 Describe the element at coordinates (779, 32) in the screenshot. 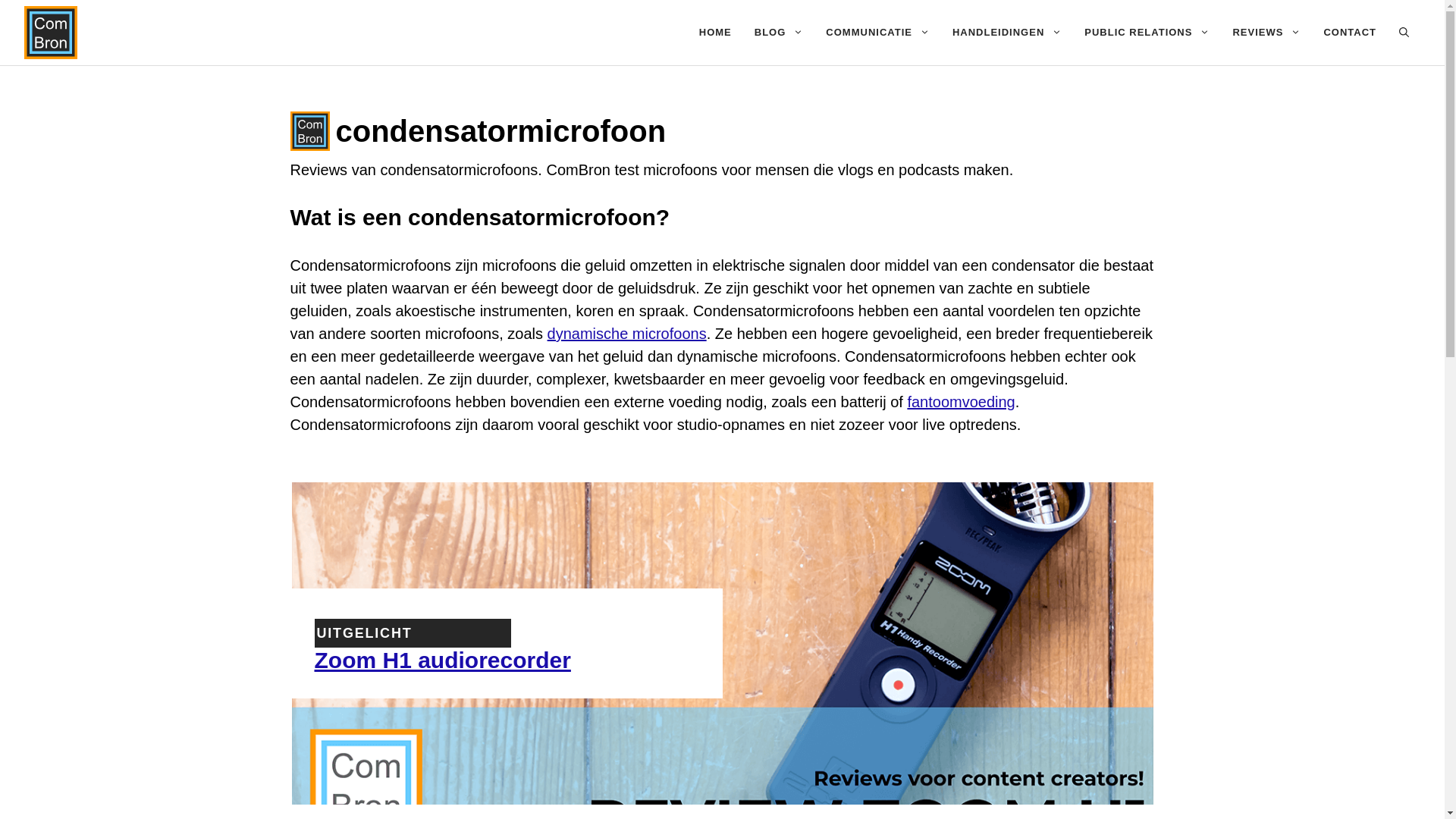

I see `'BLOG'` at that location.